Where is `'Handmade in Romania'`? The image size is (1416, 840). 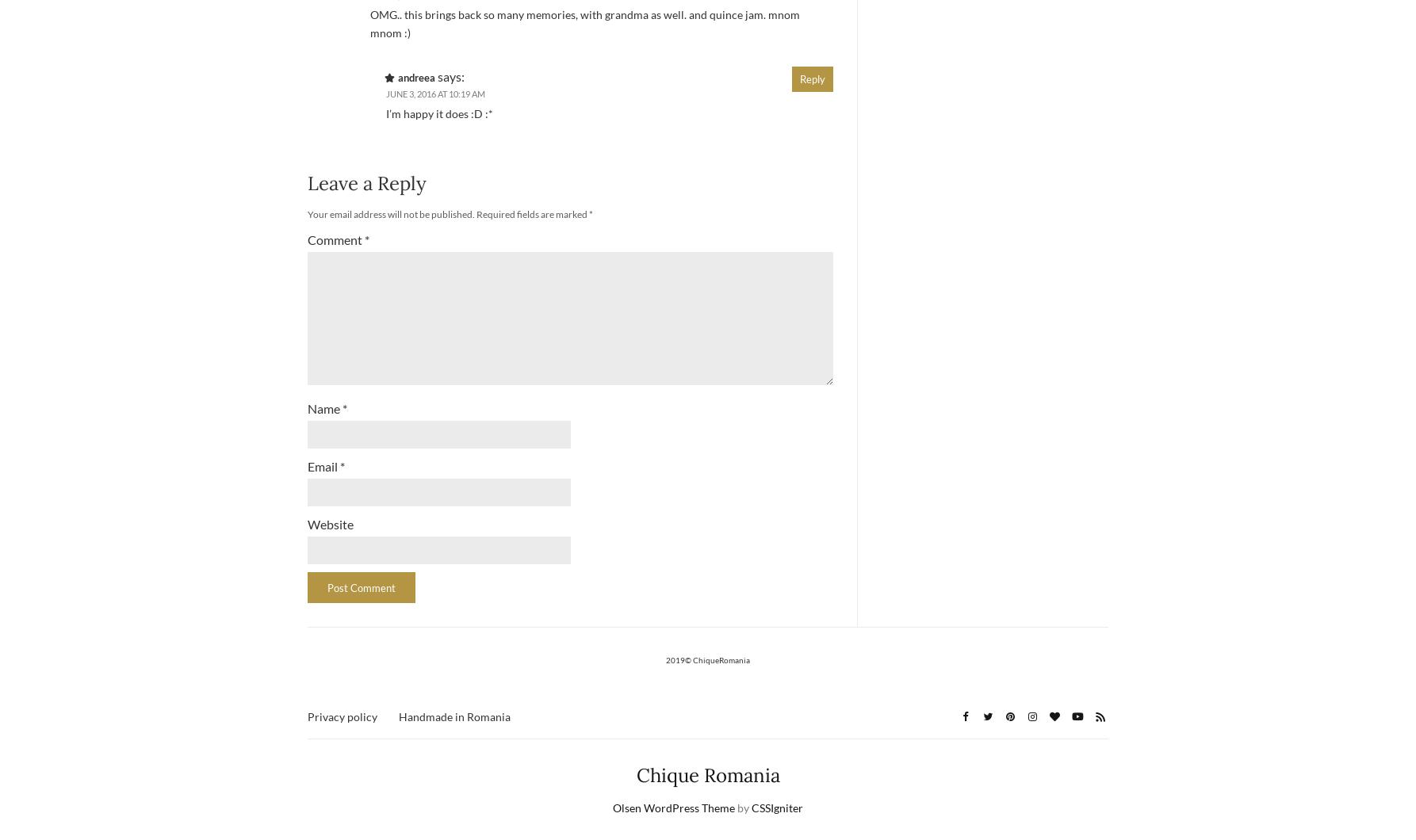 'Handmade in Romania' is located at coordinates (454, 716).